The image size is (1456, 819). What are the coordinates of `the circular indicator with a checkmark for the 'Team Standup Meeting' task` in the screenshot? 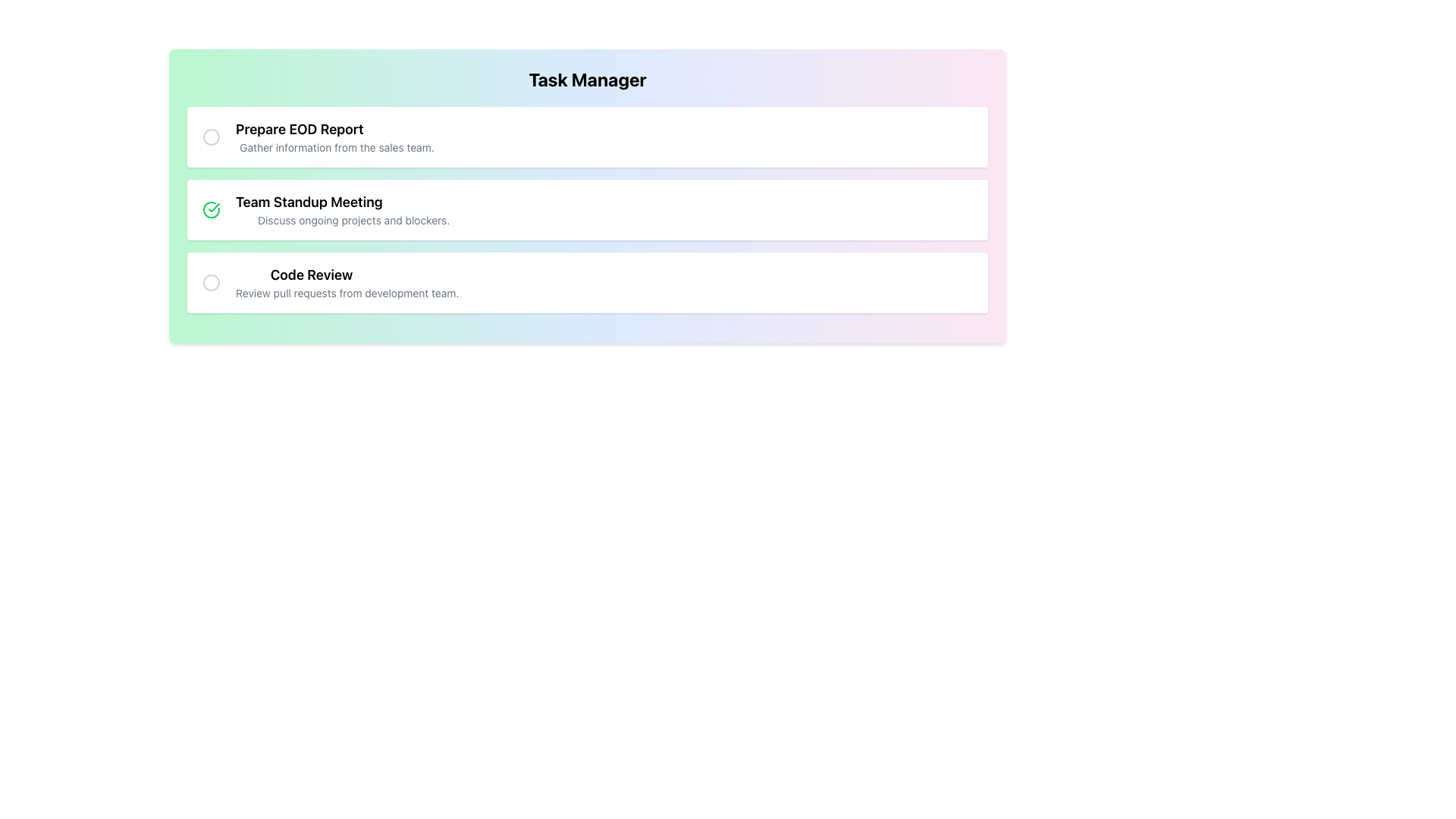 It's located at (210, 210).